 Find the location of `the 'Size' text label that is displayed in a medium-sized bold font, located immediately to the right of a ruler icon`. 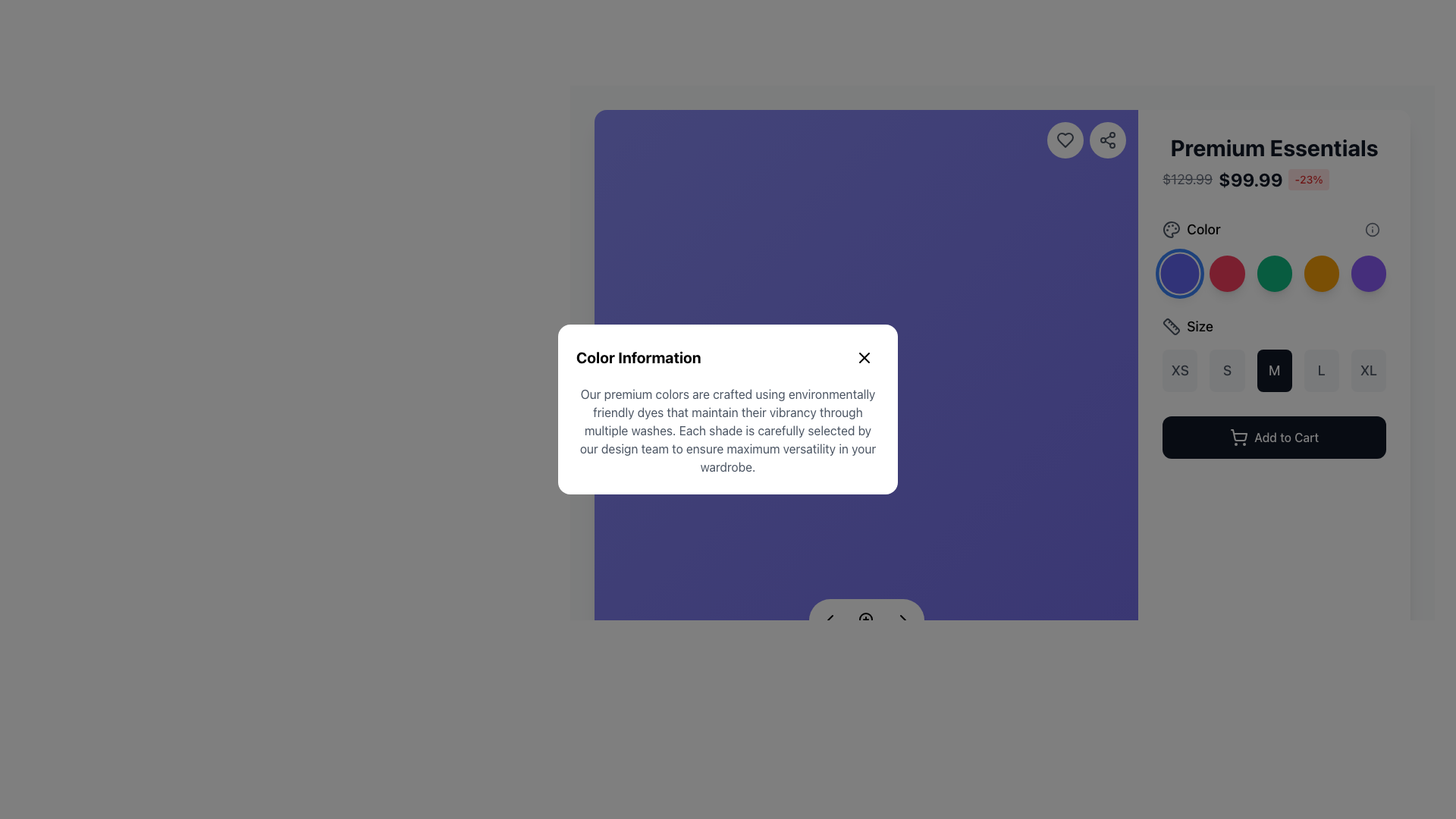

the 'Size' text label that is displayed in a medium-sized bold font, located immediately to the right of a ruler icon is located at coordinates (1199, 326).